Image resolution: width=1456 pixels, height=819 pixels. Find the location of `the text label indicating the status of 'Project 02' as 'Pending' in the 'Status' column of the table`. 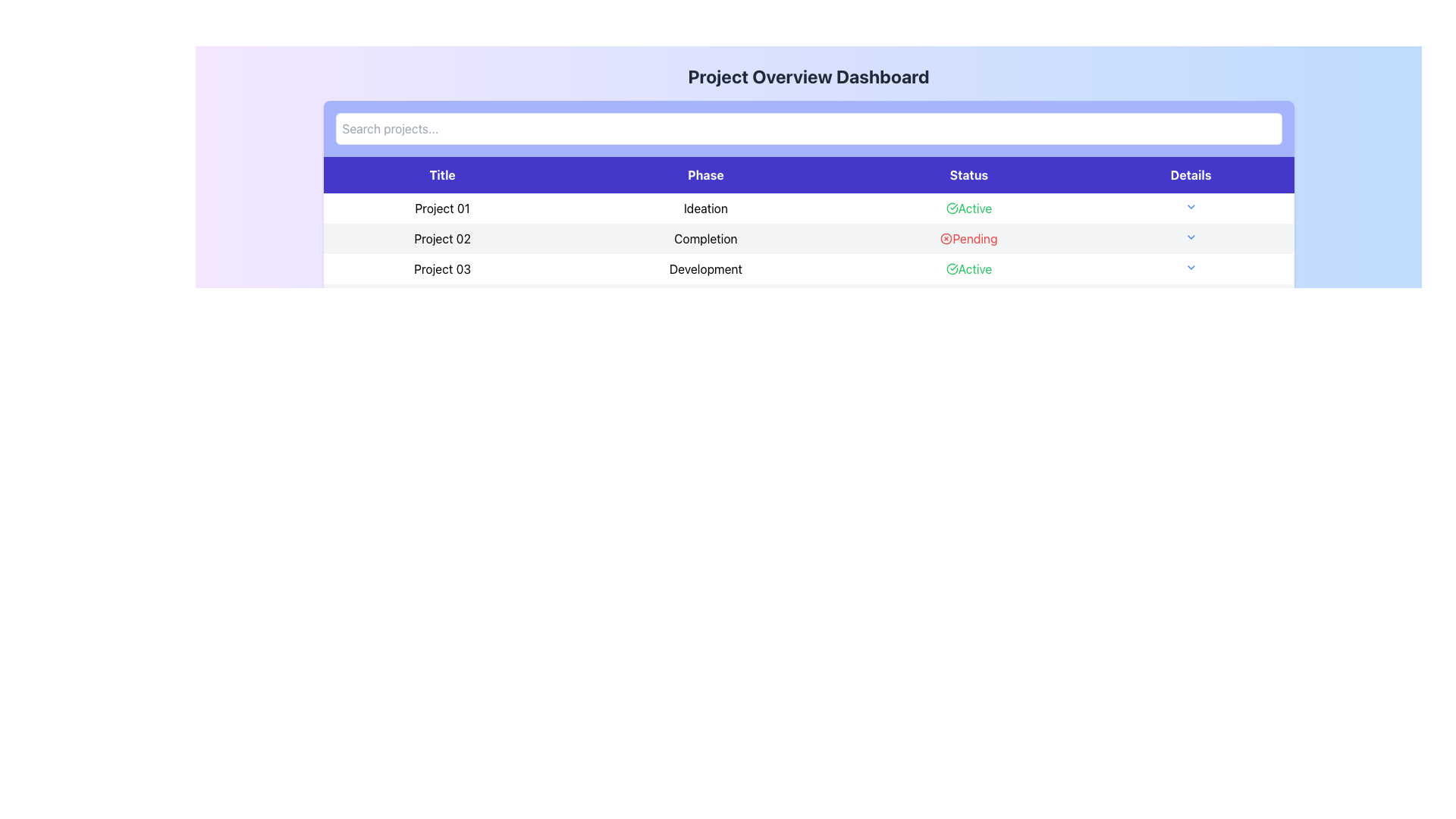

the text label indicating the status of 'Project 02' as 'Pending' in the 'Status' column of the table is located at coordinates (968, 239).